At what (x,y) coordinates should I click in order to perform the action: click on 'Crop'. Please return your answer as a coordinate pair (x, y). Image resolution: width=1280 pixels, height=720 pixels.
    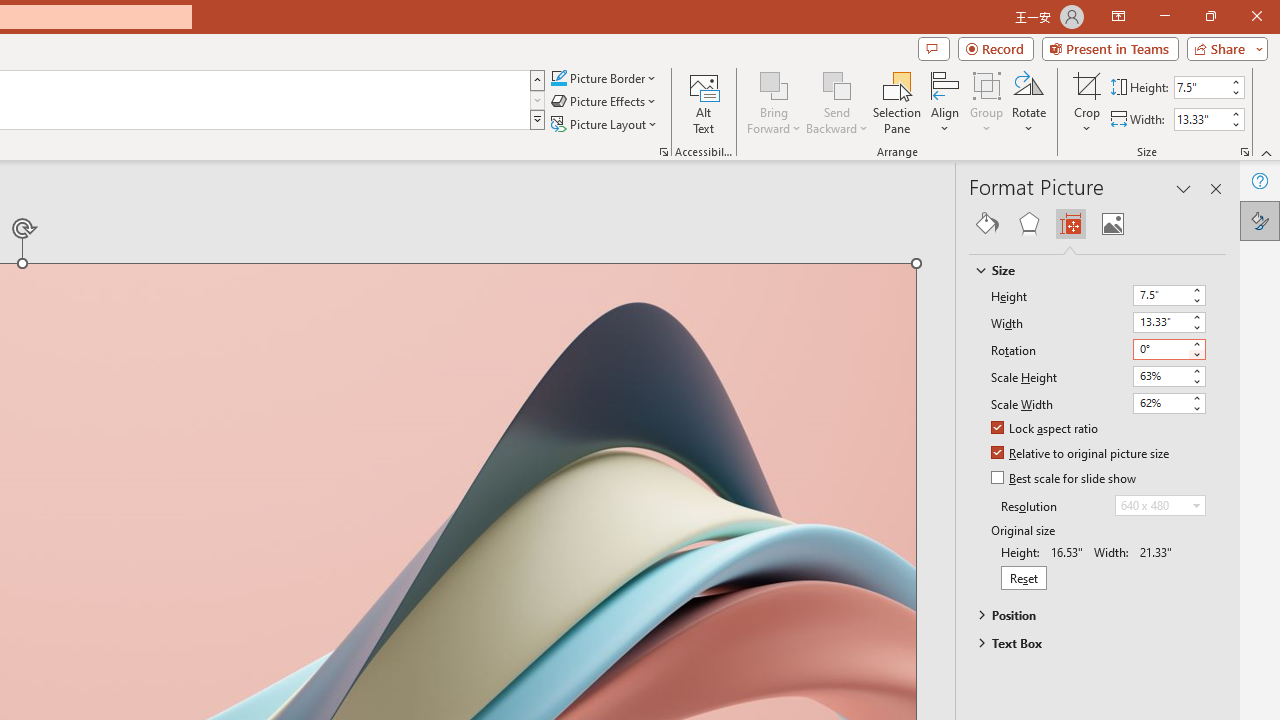
    Looking at the image, I should click on (1086, 103).